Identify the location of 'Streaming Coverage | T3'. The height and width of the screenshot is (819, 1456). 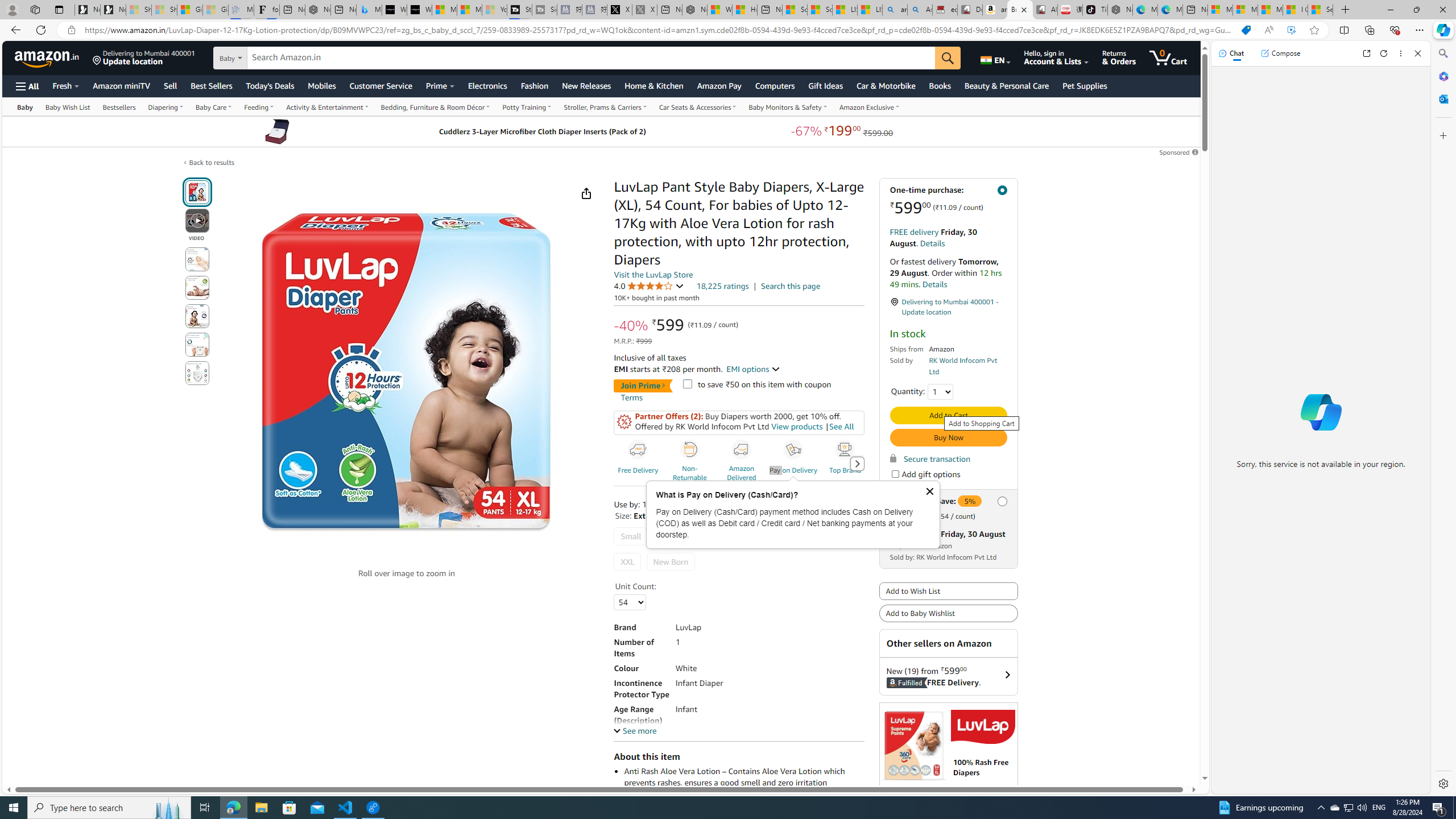
(519, 9).